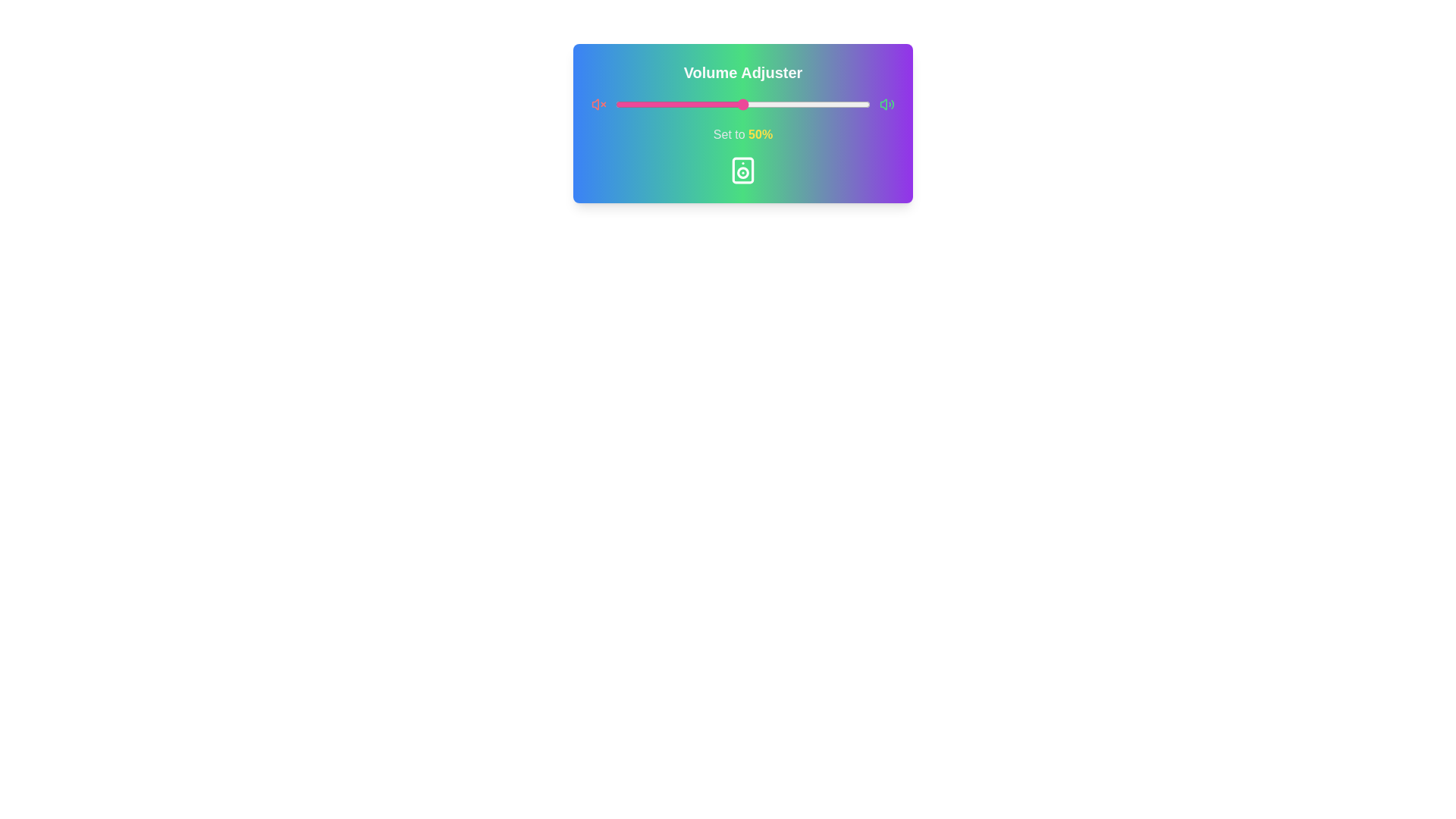 This screenshot has height=819, width=1456. What do you see at coordinates (818, 104) in the screenshot?
I see `the volume slider to 80%, where 80 is a value between 0 and 100` at bounding box center [818, 104].